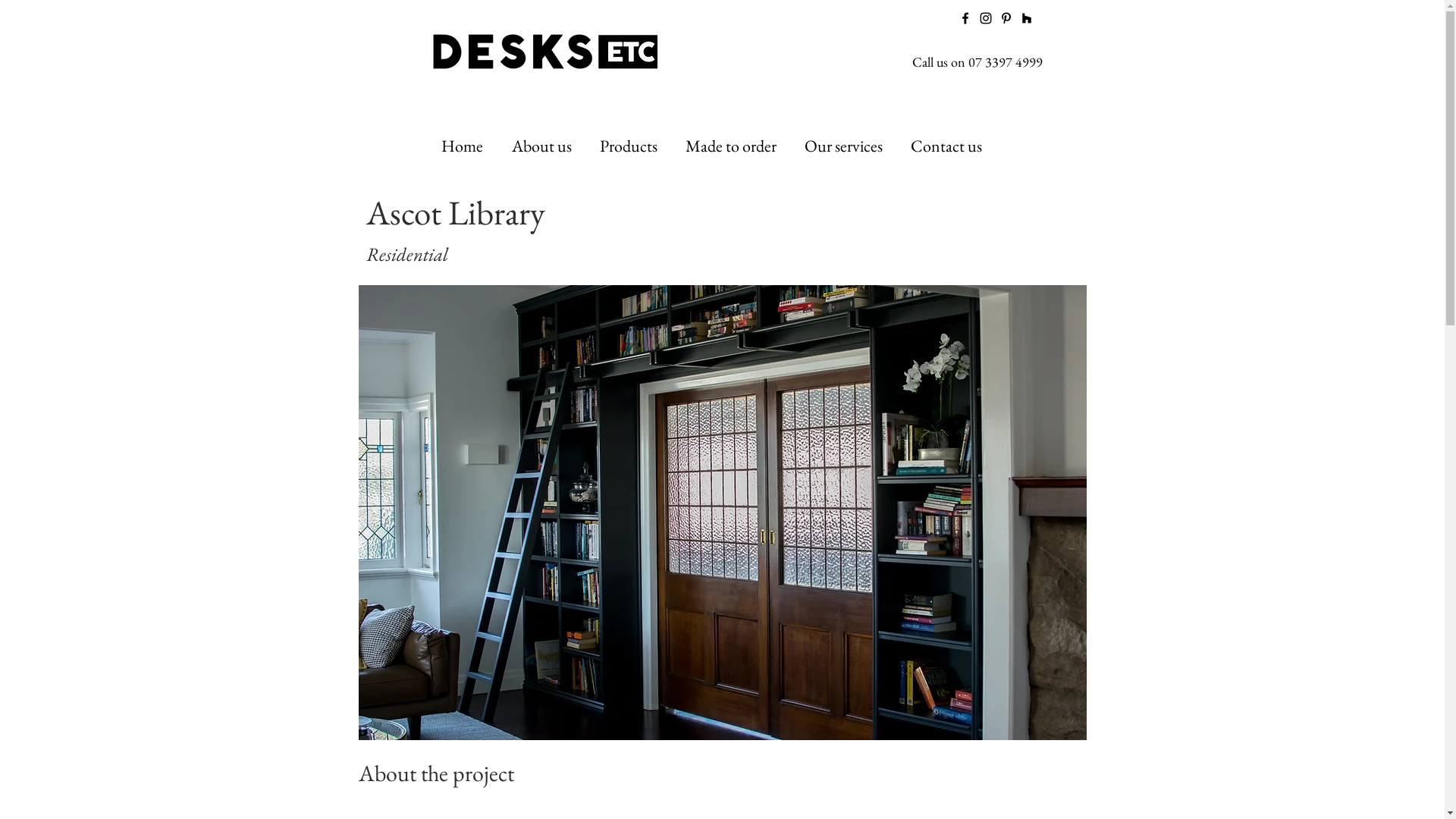 The height and width of the screenshot is (819, 1456). What do you see at coordinates (500, 146) in the screenshot?
I see `'About us'` at bounding box center [500, 146].